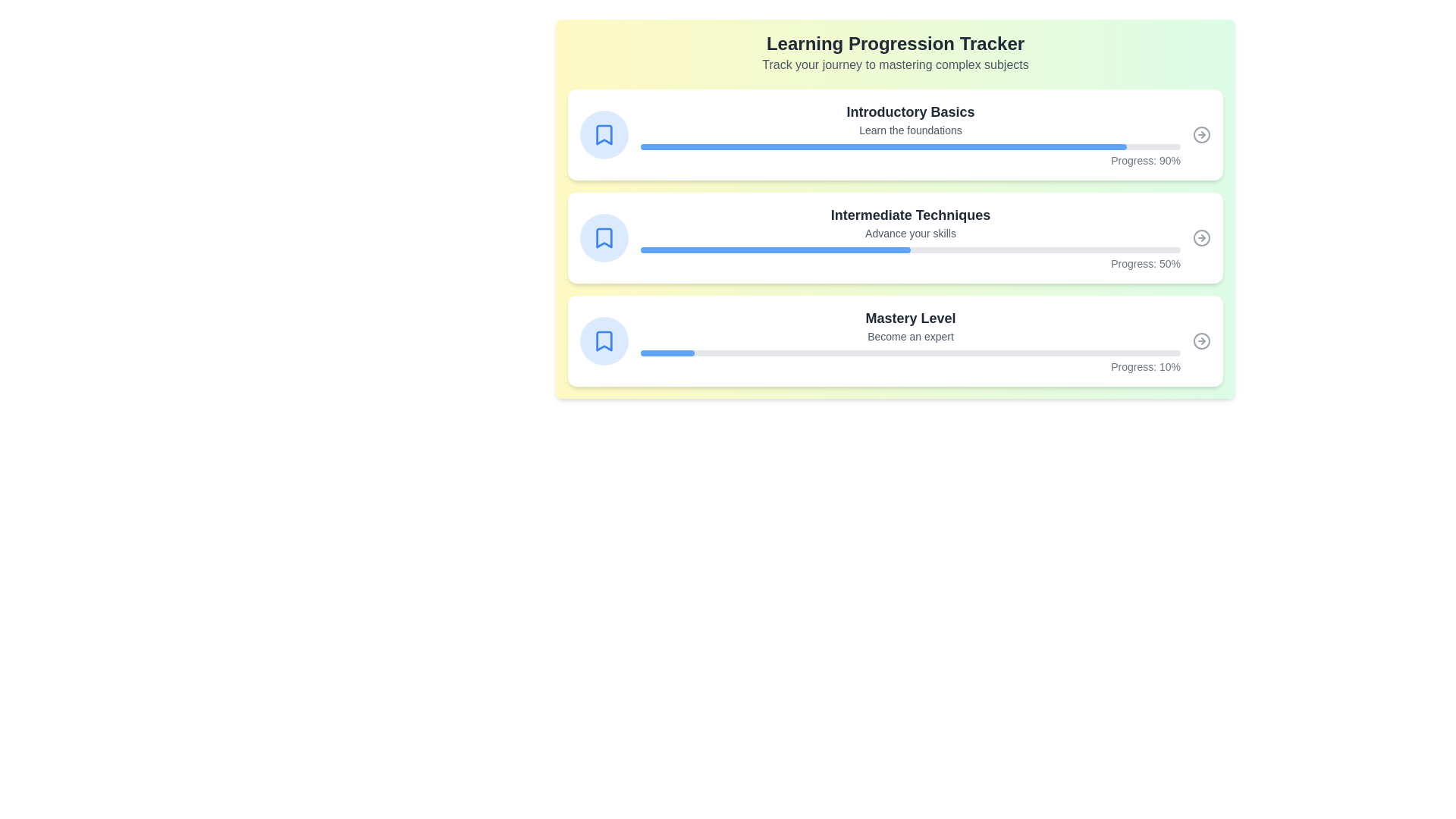 This screenshot has width=1456, height=819. I want to click on the presence of the small circular shape with a gray outline, which is part of the arrow icon located at the far-right end of the 'Mastery Level' progress bar, so click(1200, 341).